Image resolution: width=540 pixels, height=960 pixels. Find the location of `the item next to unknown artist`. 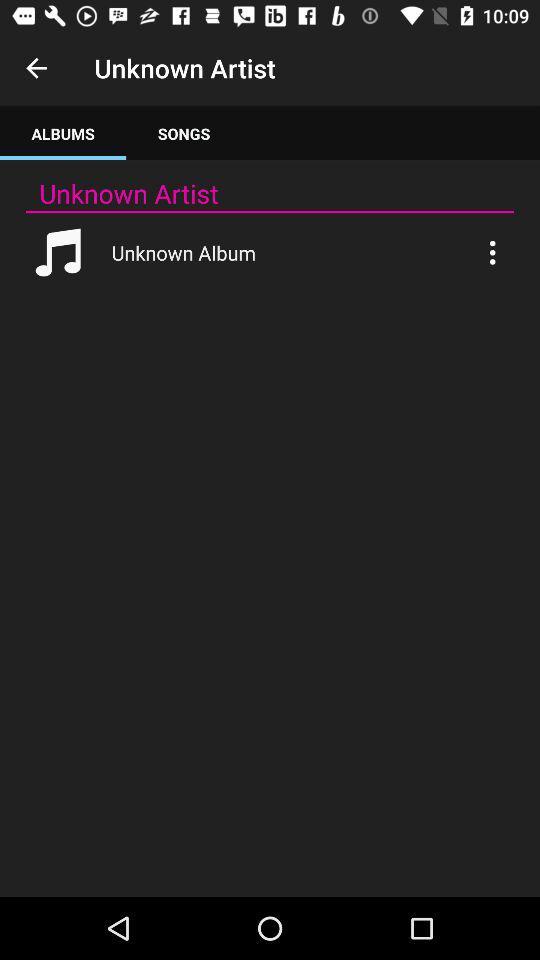

the item next to unknown artist is located at coordinates (36, 68).